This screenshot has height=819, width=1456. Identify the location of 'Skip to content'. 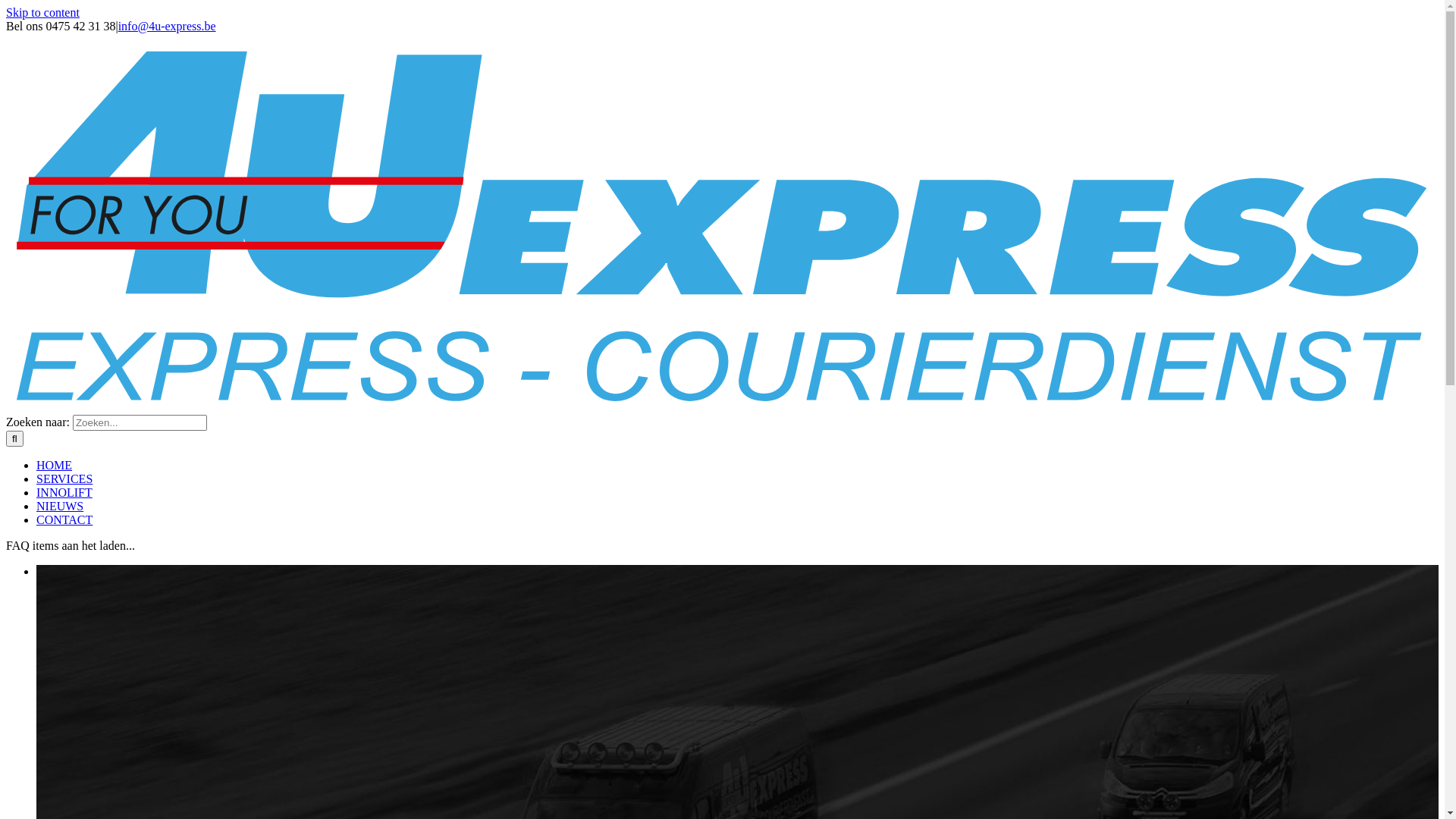
(6, 12).